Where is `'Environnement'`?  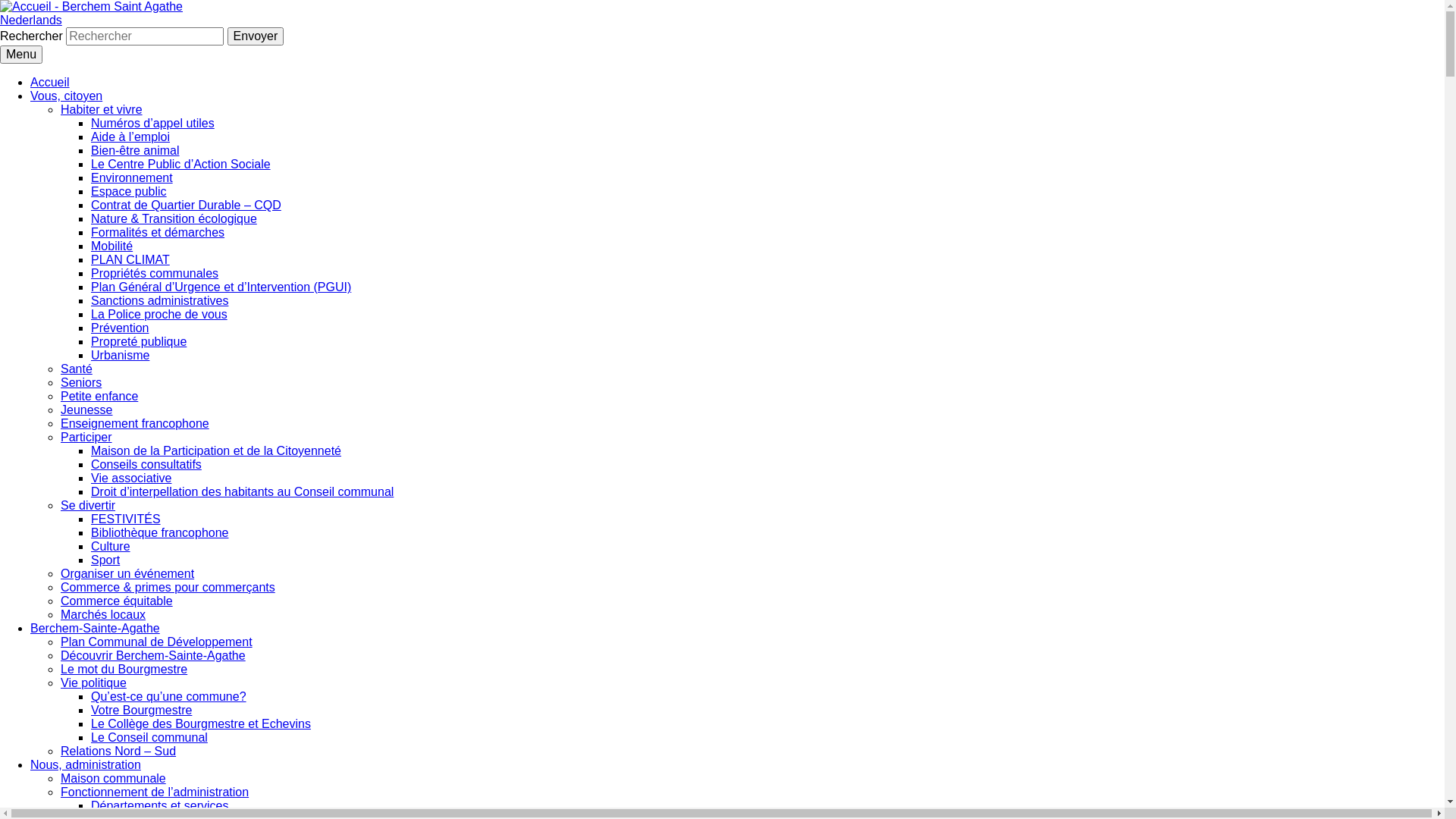 'Environnement' is located at coordinates (131, 177).